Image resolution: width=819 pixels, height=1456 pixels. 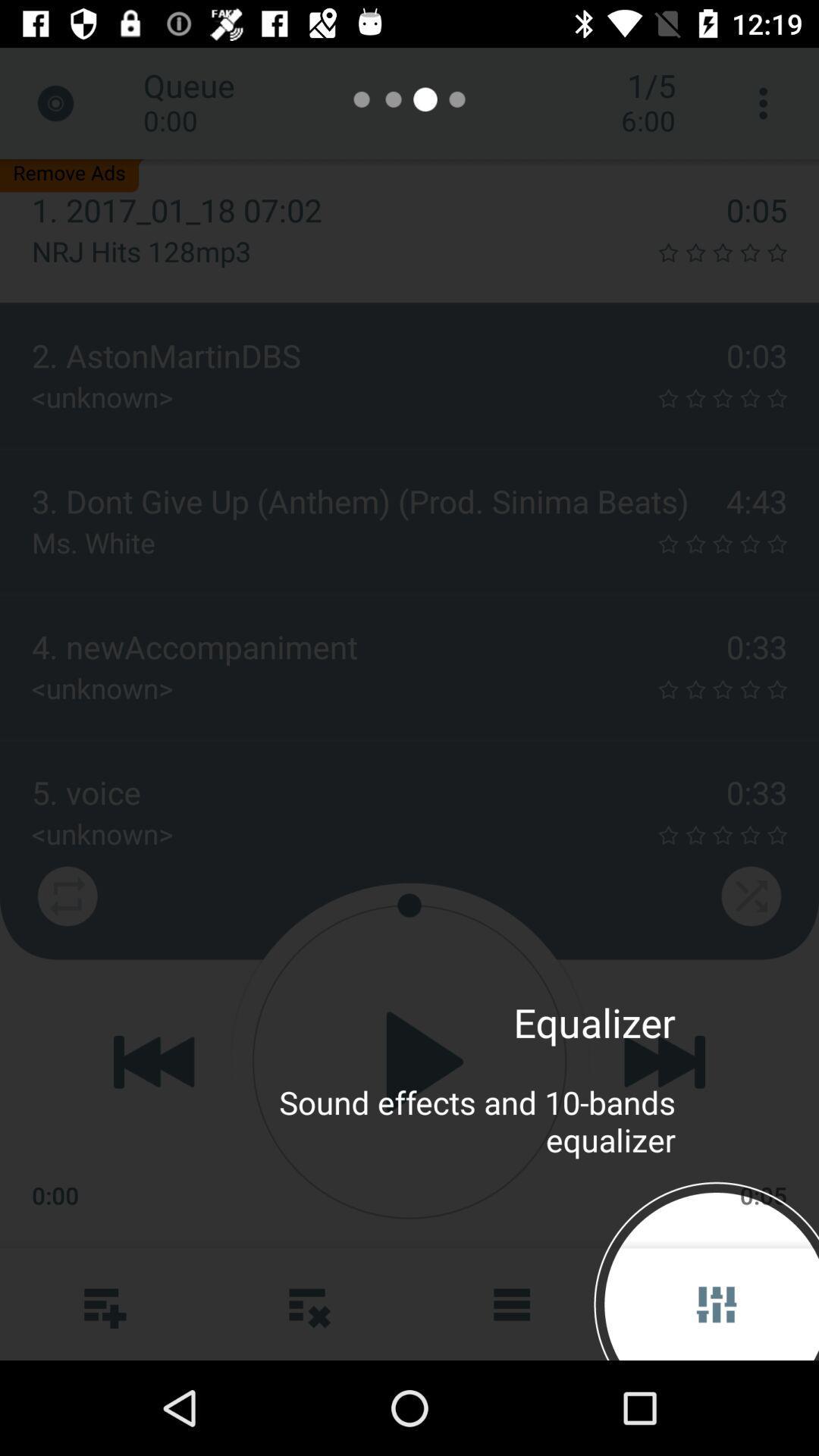 I want to click on the skip_next icon, so click(x=664, y=1061).